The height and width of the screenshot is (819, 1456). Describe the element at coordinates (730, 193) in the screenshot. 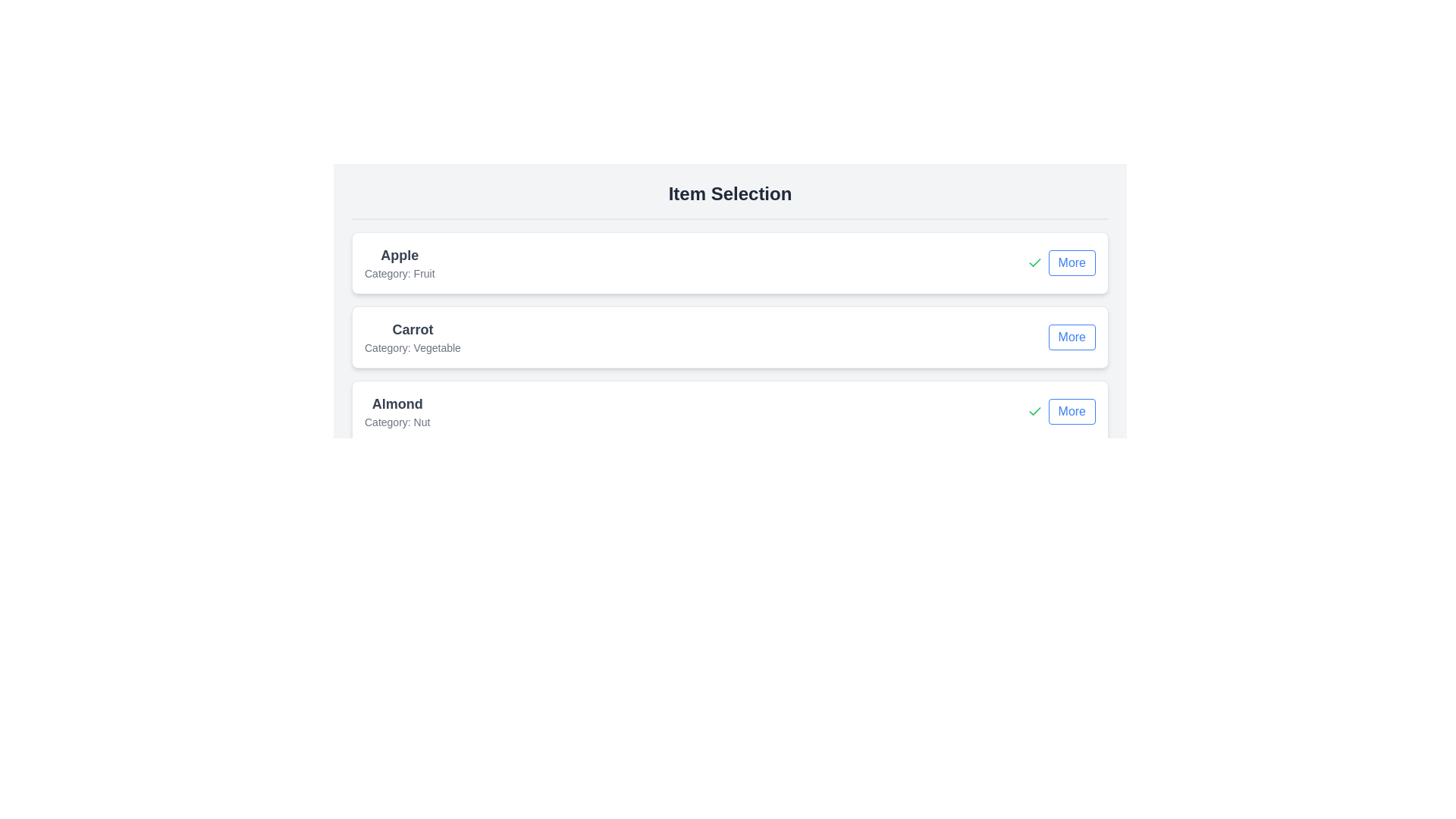

I see `text content of the bold header labeled 'Item Selection' located at the top of the section with a light gray background` at that location.